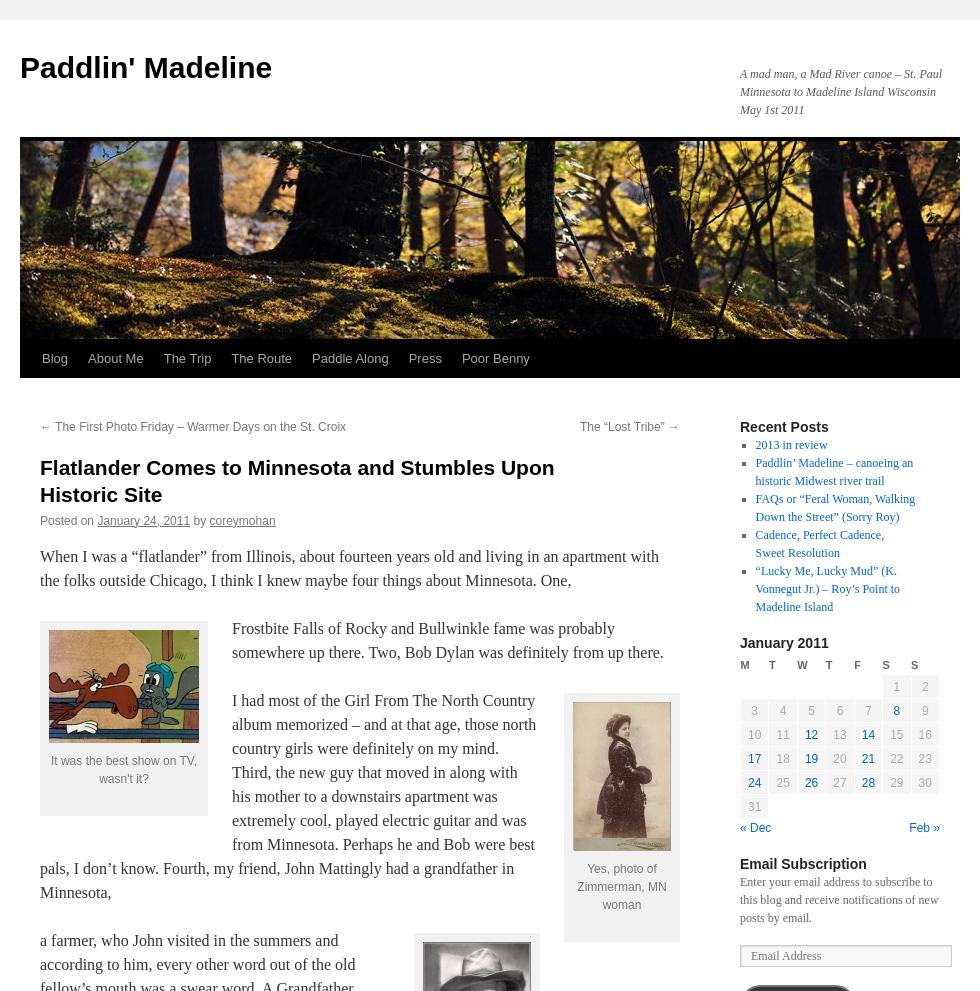 The height and width of the screenshot is (991, 980). What do you see at coordinates (67, 519) in the screenshot?
I see `'Posted on'` at bounding box center [67, 519].